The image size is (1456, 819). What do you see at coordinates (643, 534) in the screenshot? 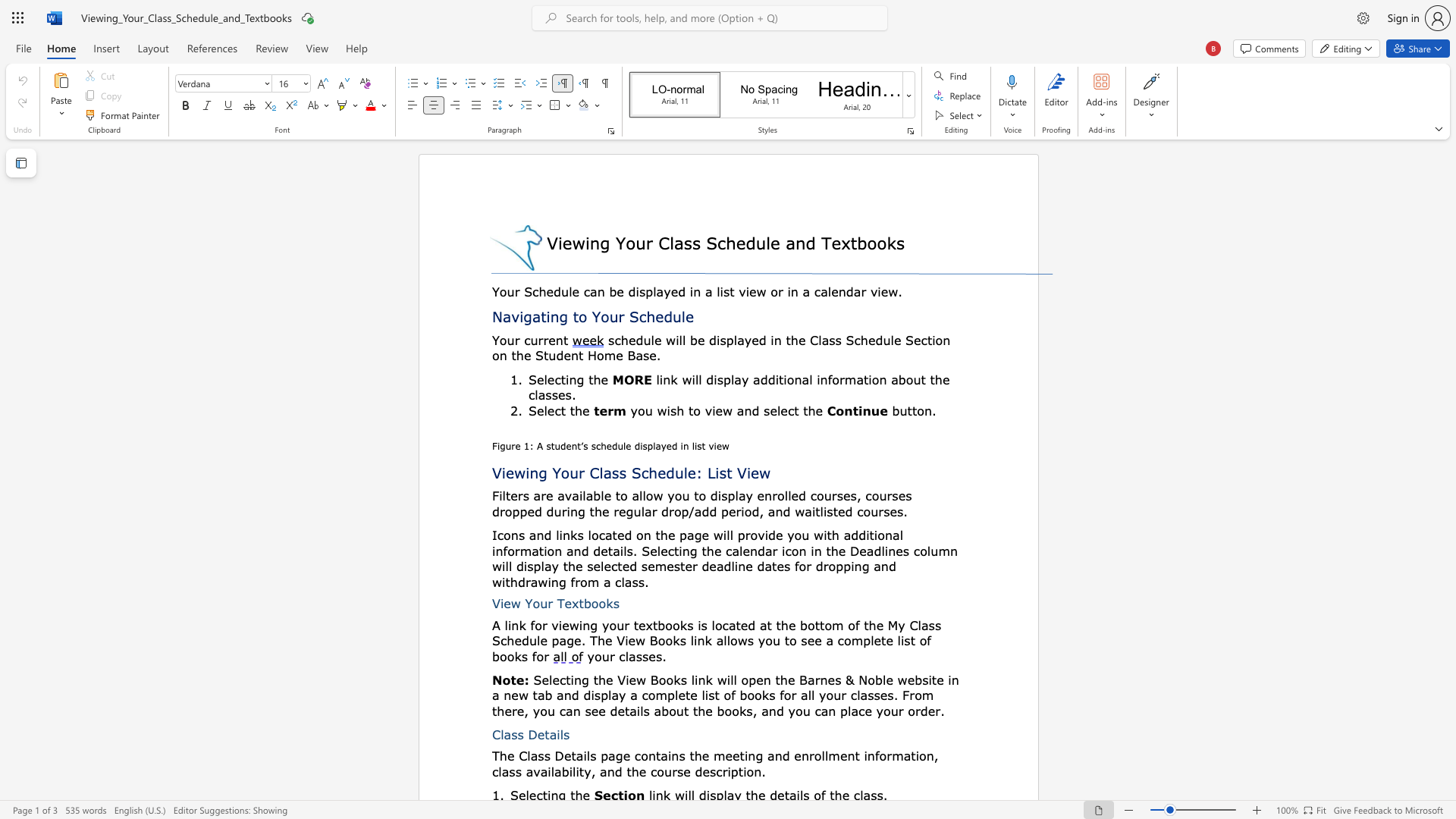
I see `the subset text "n the page will provide you" within the text "on the page will provide you with"` at bounding box center [643, 534].